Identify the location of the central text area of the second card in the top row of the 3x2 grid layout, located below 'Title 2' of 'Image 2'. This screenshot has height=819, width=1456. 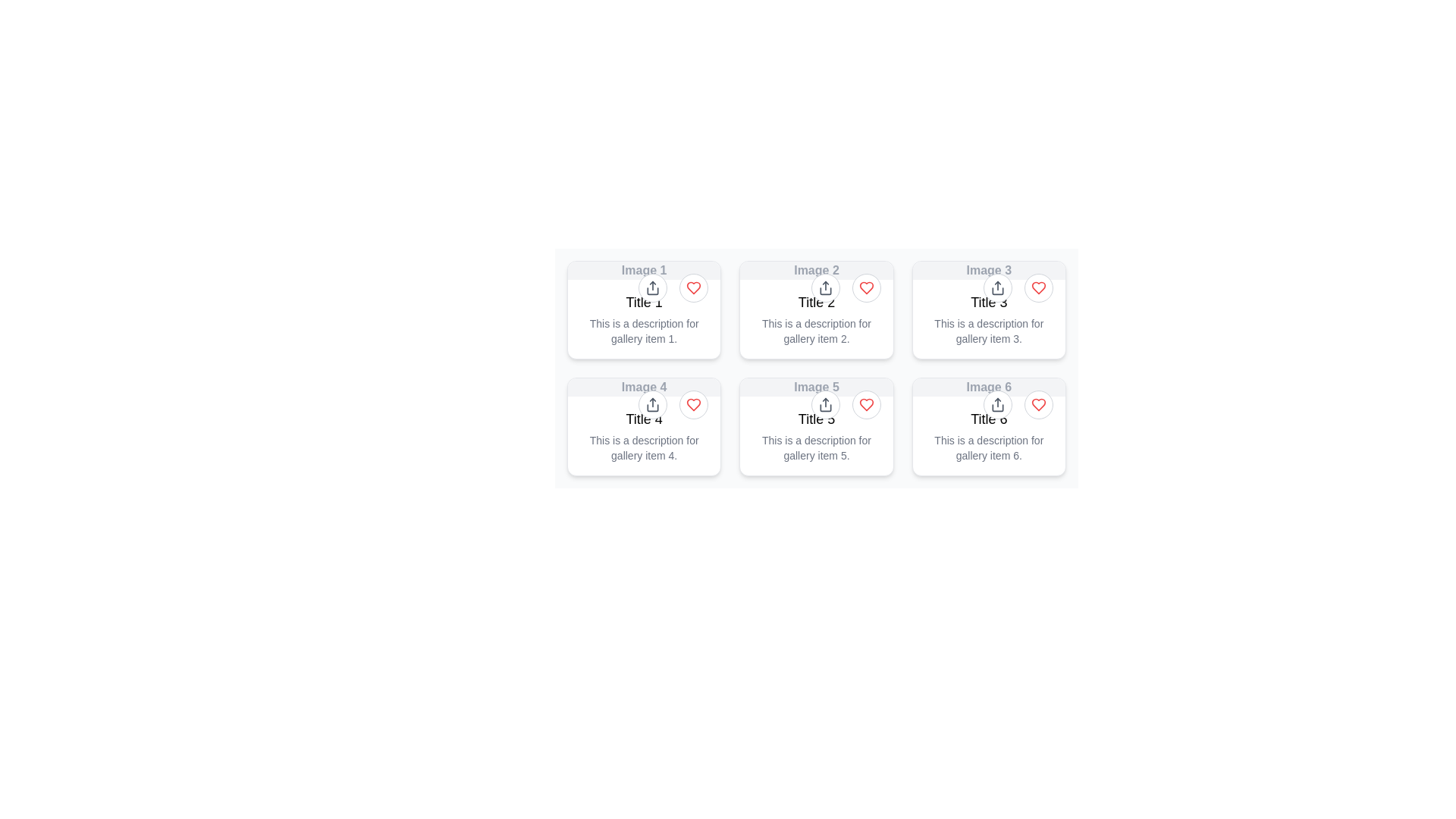
(815, 318).